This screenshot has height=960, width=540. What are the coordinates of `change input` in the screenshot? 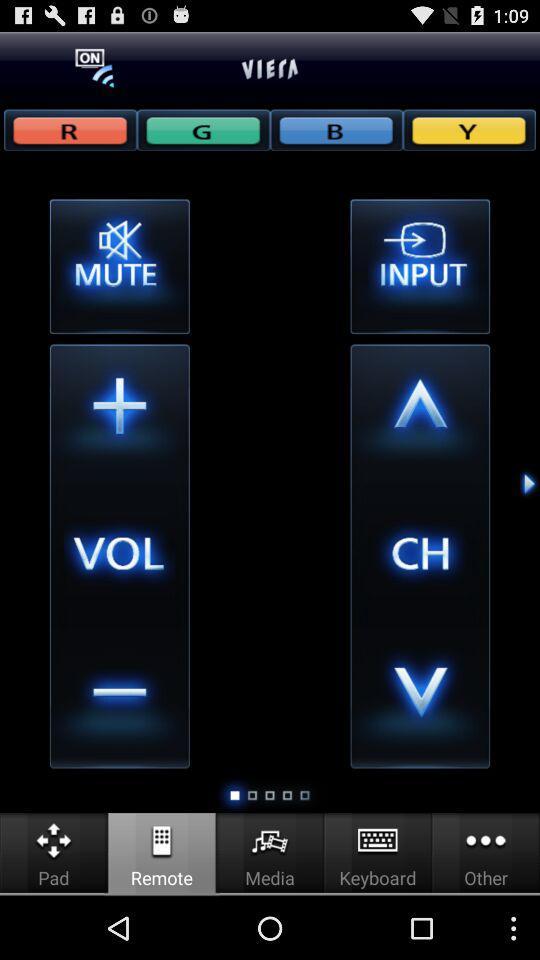 It's located at (419, 265).